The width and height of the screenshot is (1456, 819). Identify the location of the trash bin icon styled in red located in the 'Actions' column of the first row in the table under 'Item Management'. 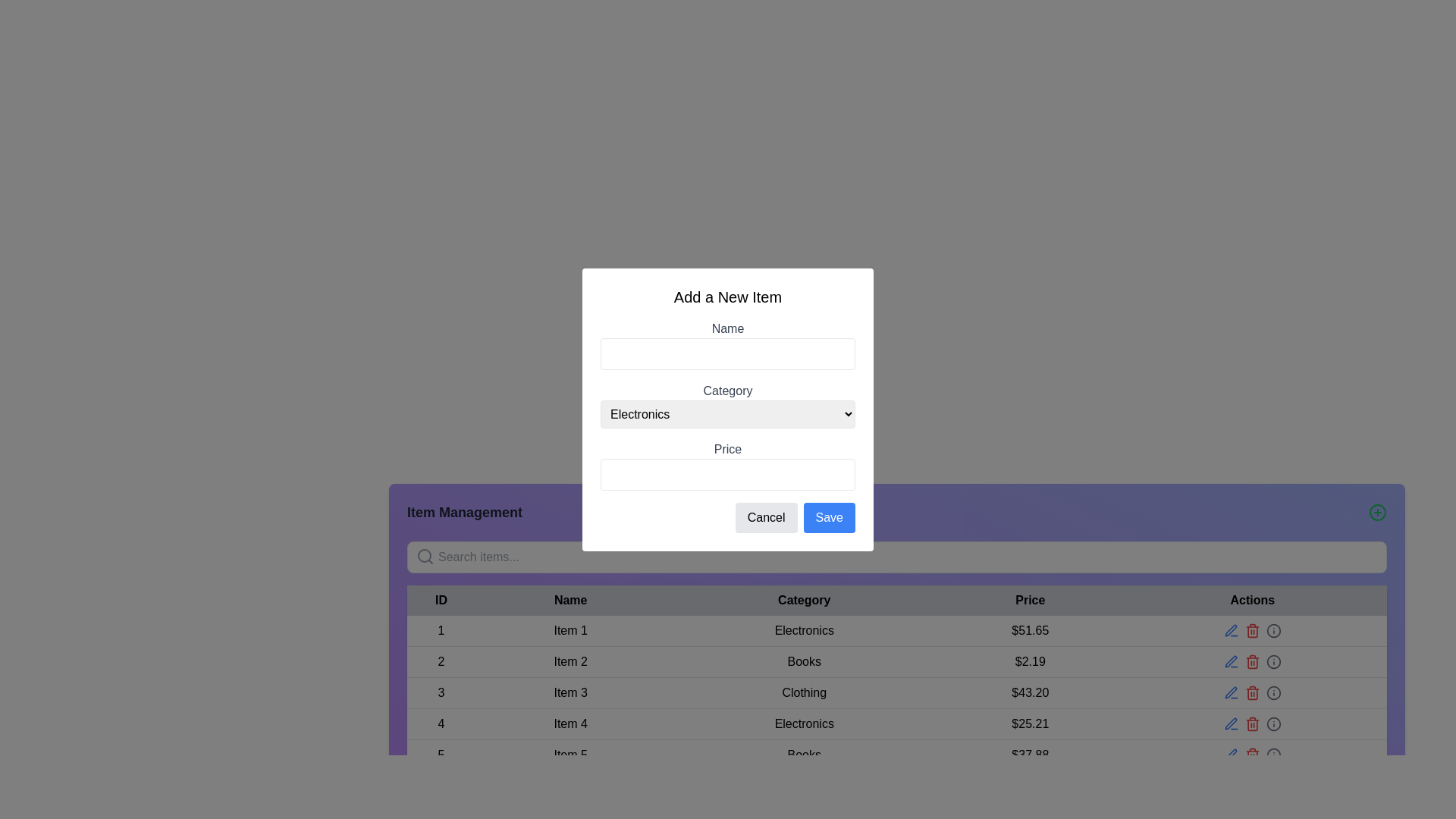
(1252, 631).